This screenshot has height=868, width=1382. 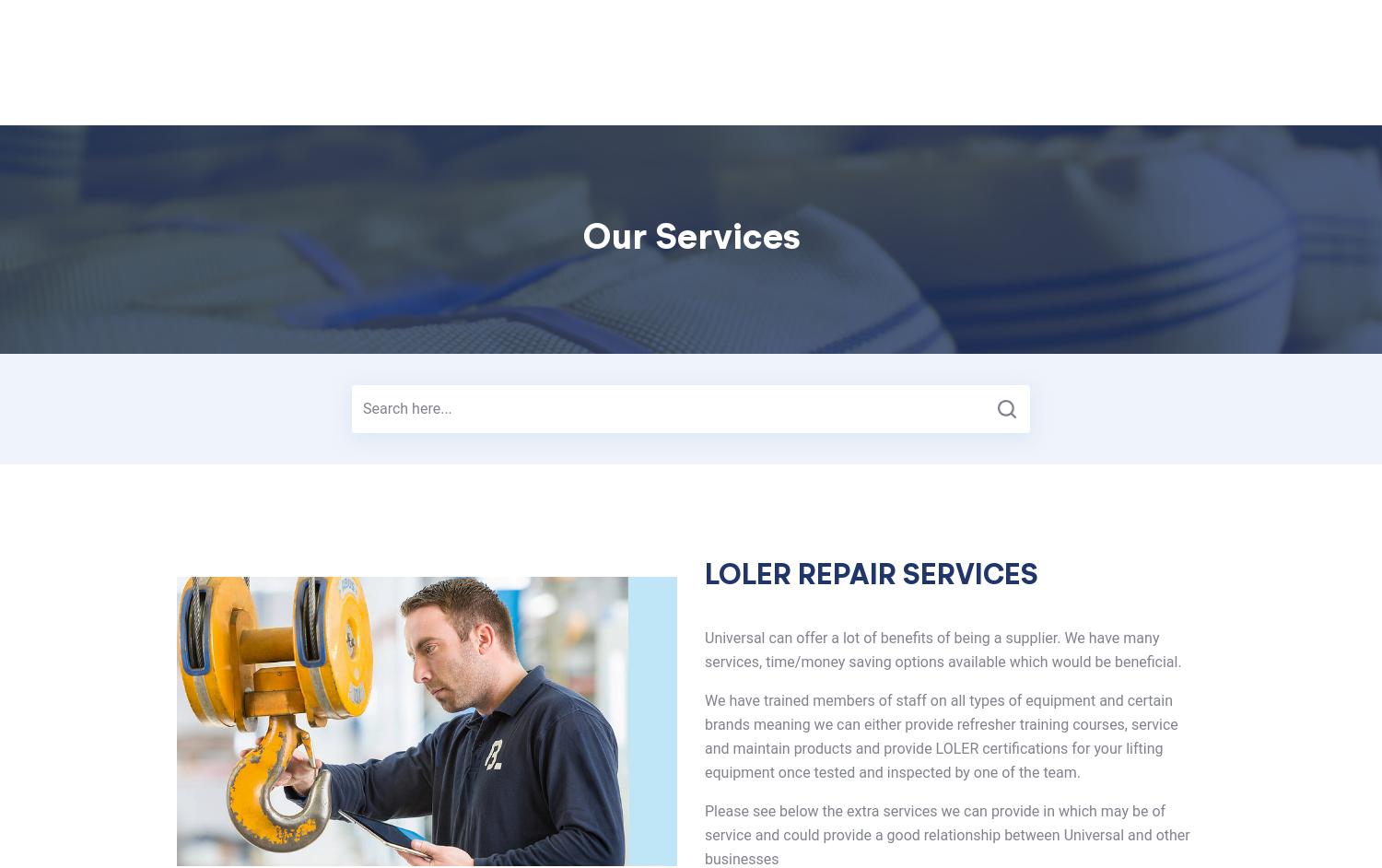 What do you see at coordinates (826, 86) in the screenshot?
I see `'Catalogue & Prices'` at bounding box center [826, 86].